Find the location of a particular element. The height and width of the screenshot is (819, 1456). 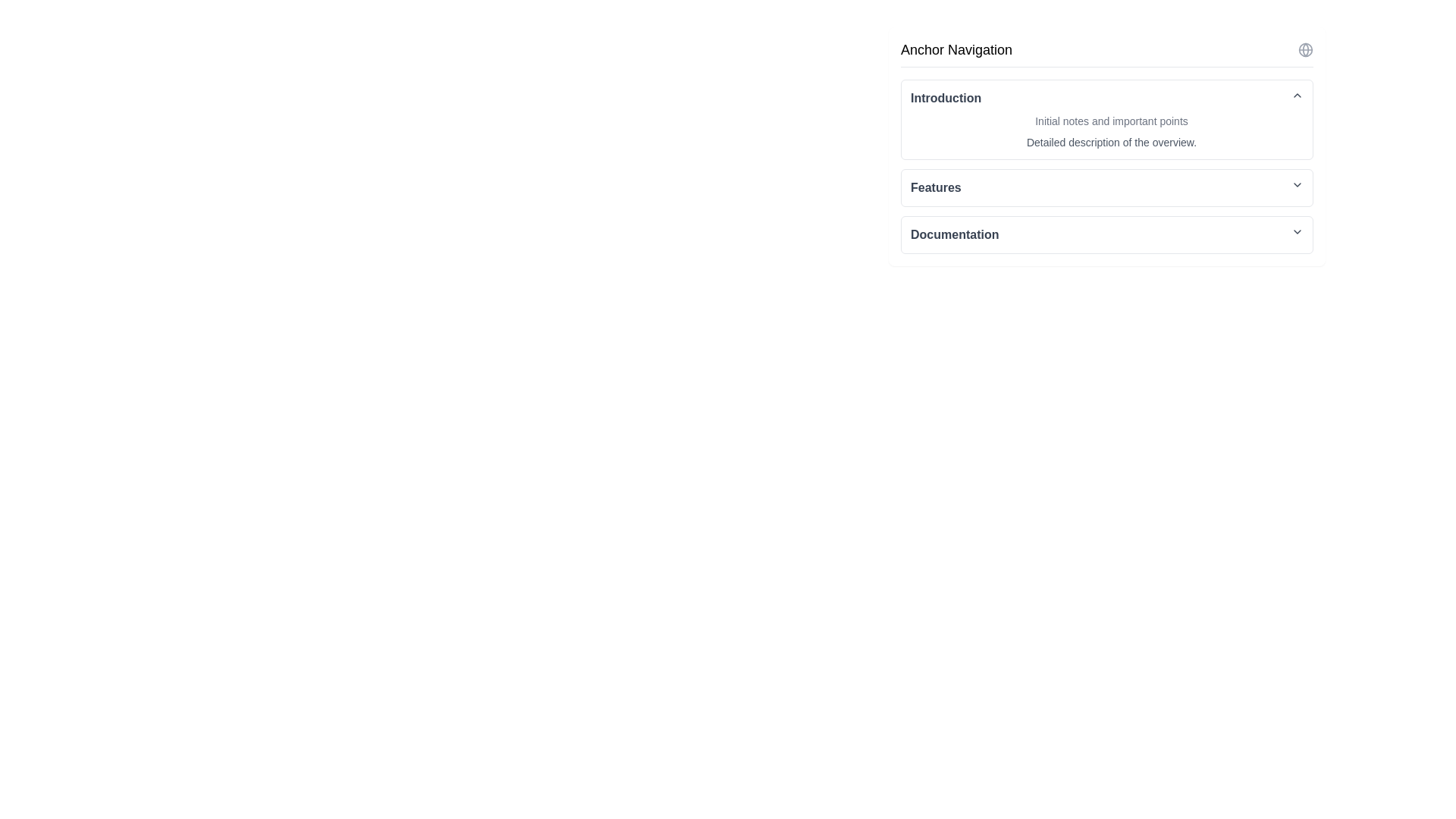

the text block providing supplementary information located underneath the 'Introduction' heading in the 'Anchor Navigation' section is located at coordinates (1106, 127).